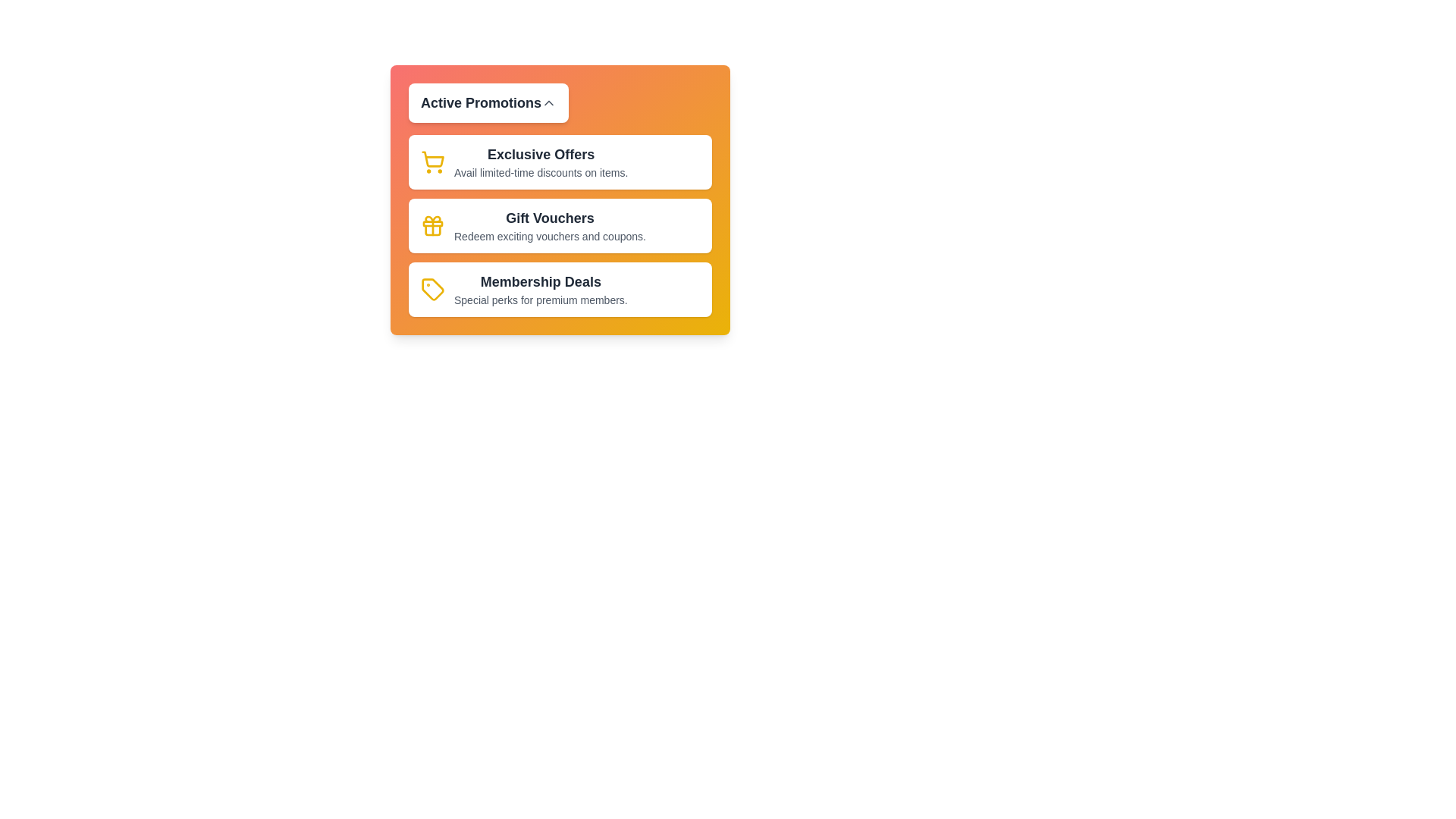  I want to click on the icon corresponding to Gift Vouchers to interact with it, so click(432, 225).